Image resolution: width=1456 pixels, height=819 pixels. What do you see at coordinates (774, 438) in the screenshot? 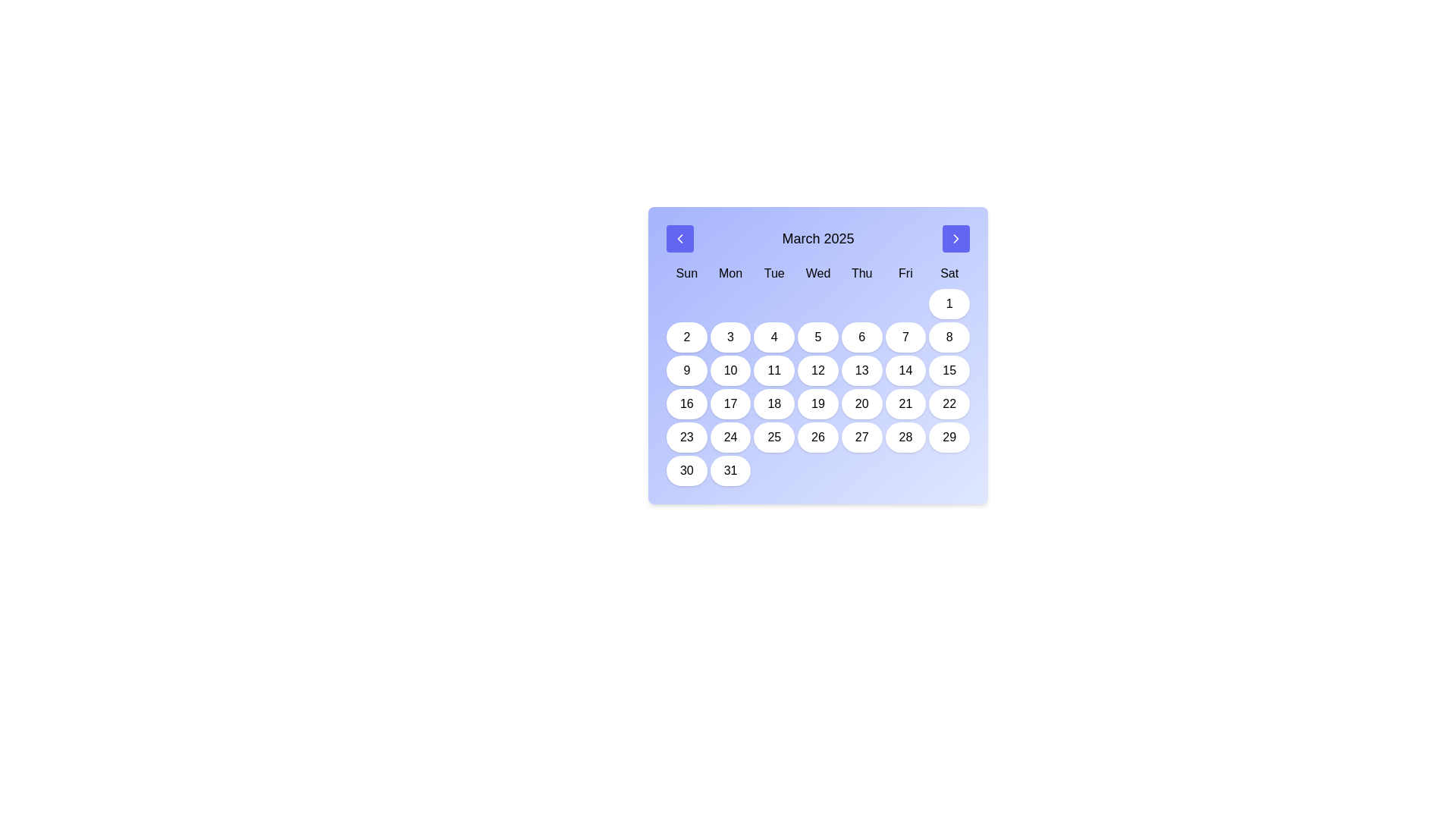
I see `the circular button with a white background and the number '25' centered in black text` at bounding box center [774, 438].